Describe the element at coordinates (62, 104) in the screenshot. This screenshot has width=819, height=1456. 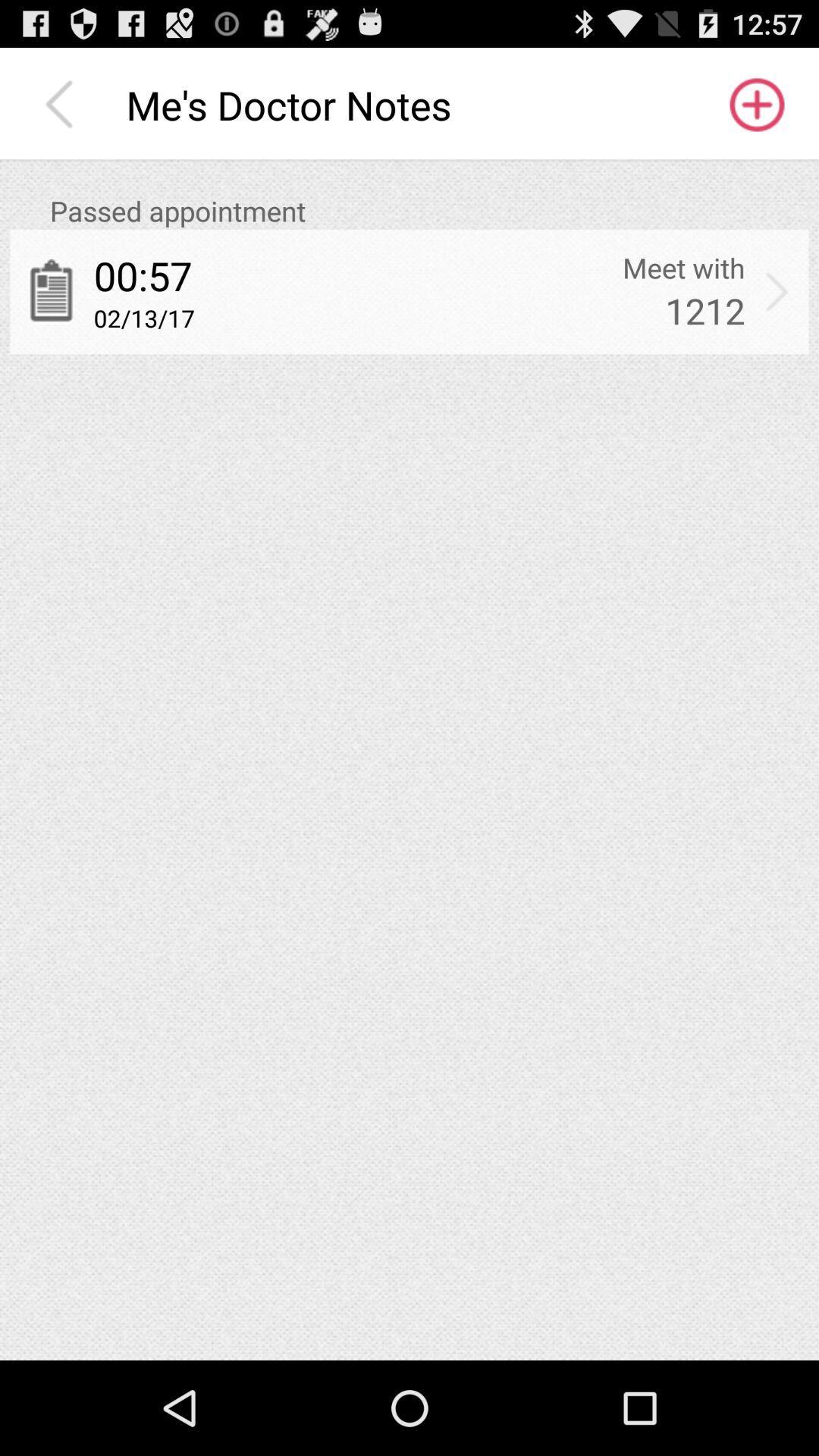
I see `the app above the passed appointment item` at that location.